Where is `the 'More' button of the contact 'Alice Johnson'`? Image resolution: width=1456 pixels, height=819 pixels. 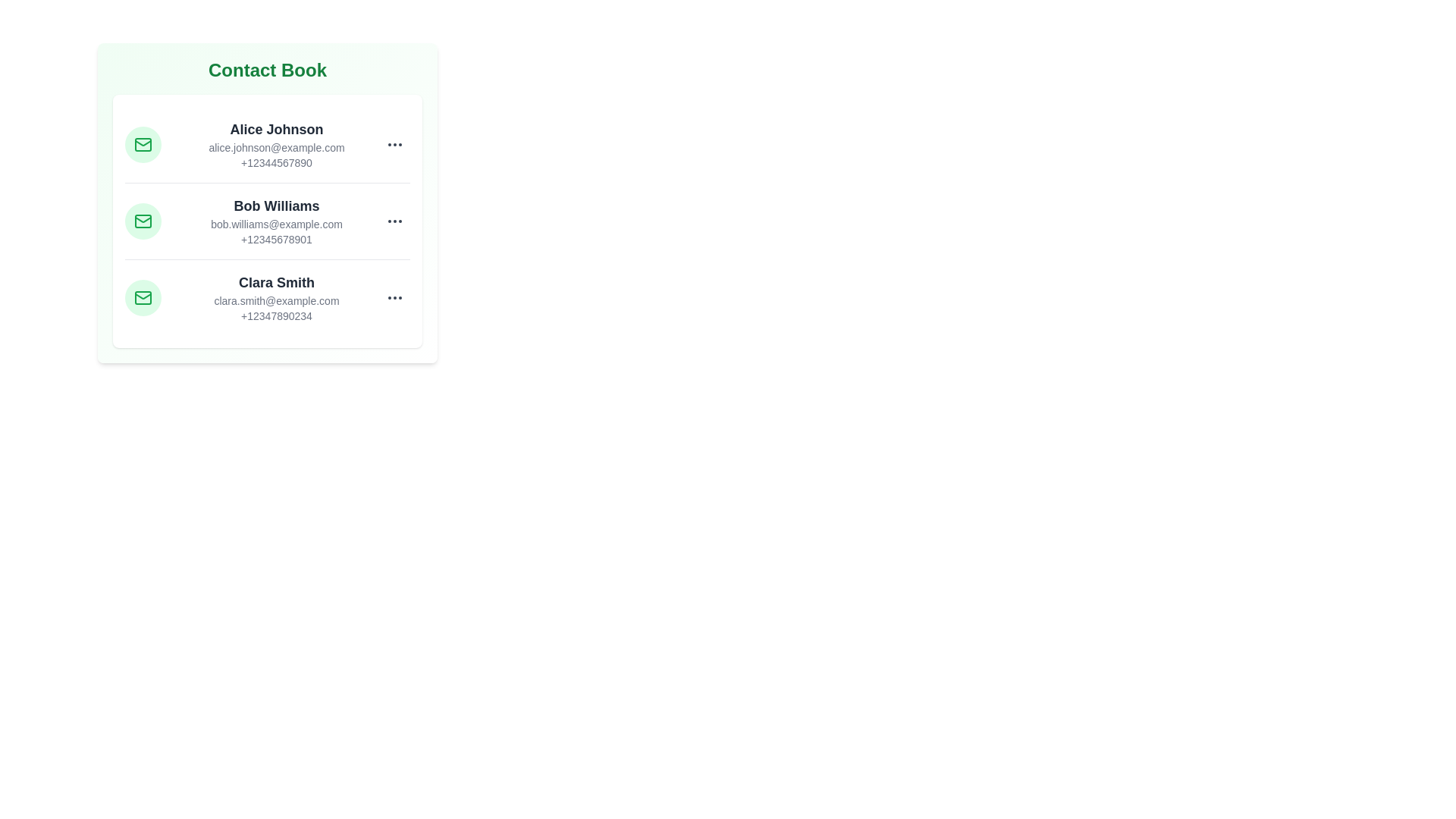 the 'More' button of the contact 'Alice Johnson' is located at coordinates (395, 145).